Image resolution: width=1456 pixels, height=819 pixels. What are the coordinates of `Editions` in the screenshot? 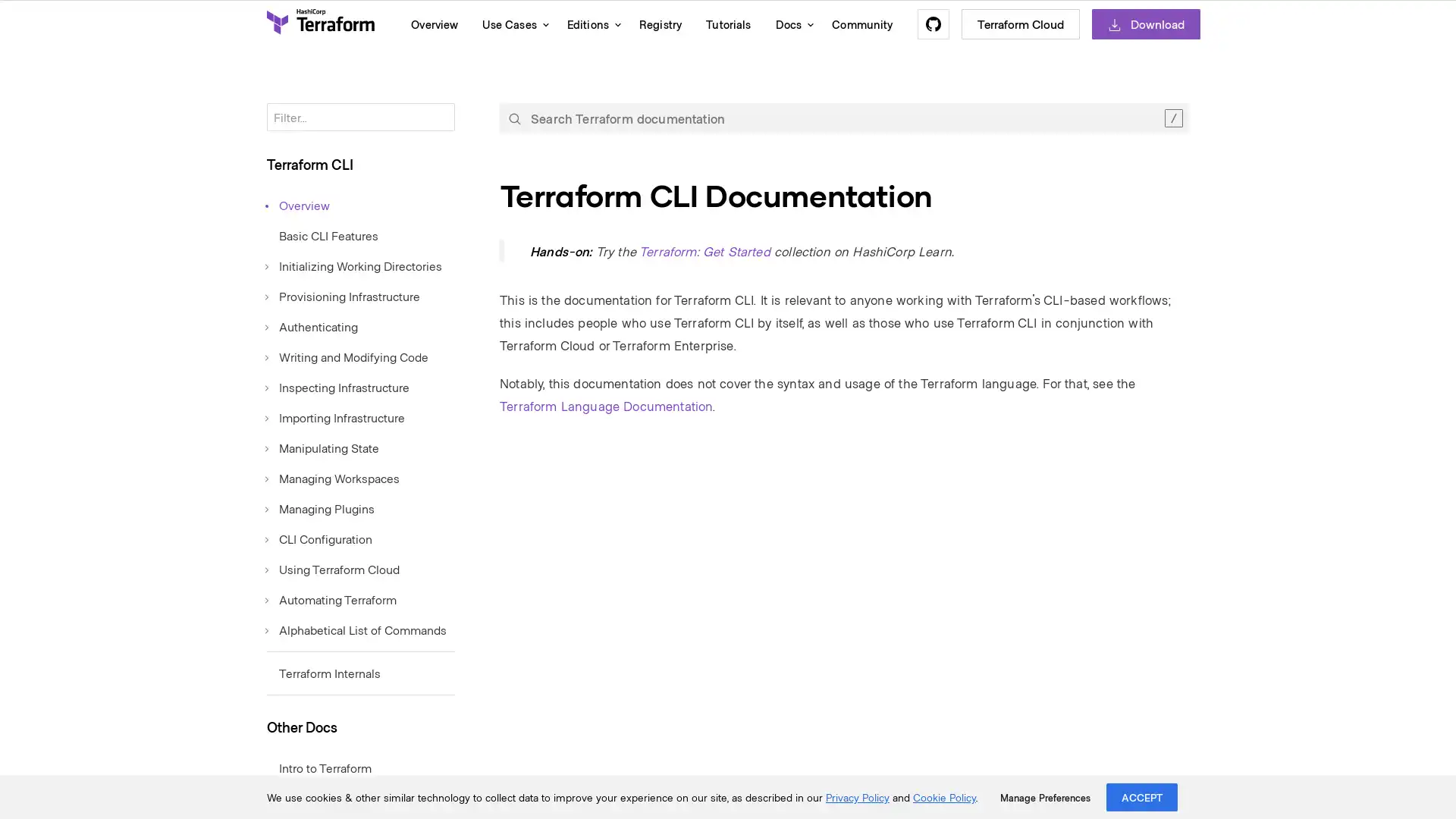 It's located at (589, 24).